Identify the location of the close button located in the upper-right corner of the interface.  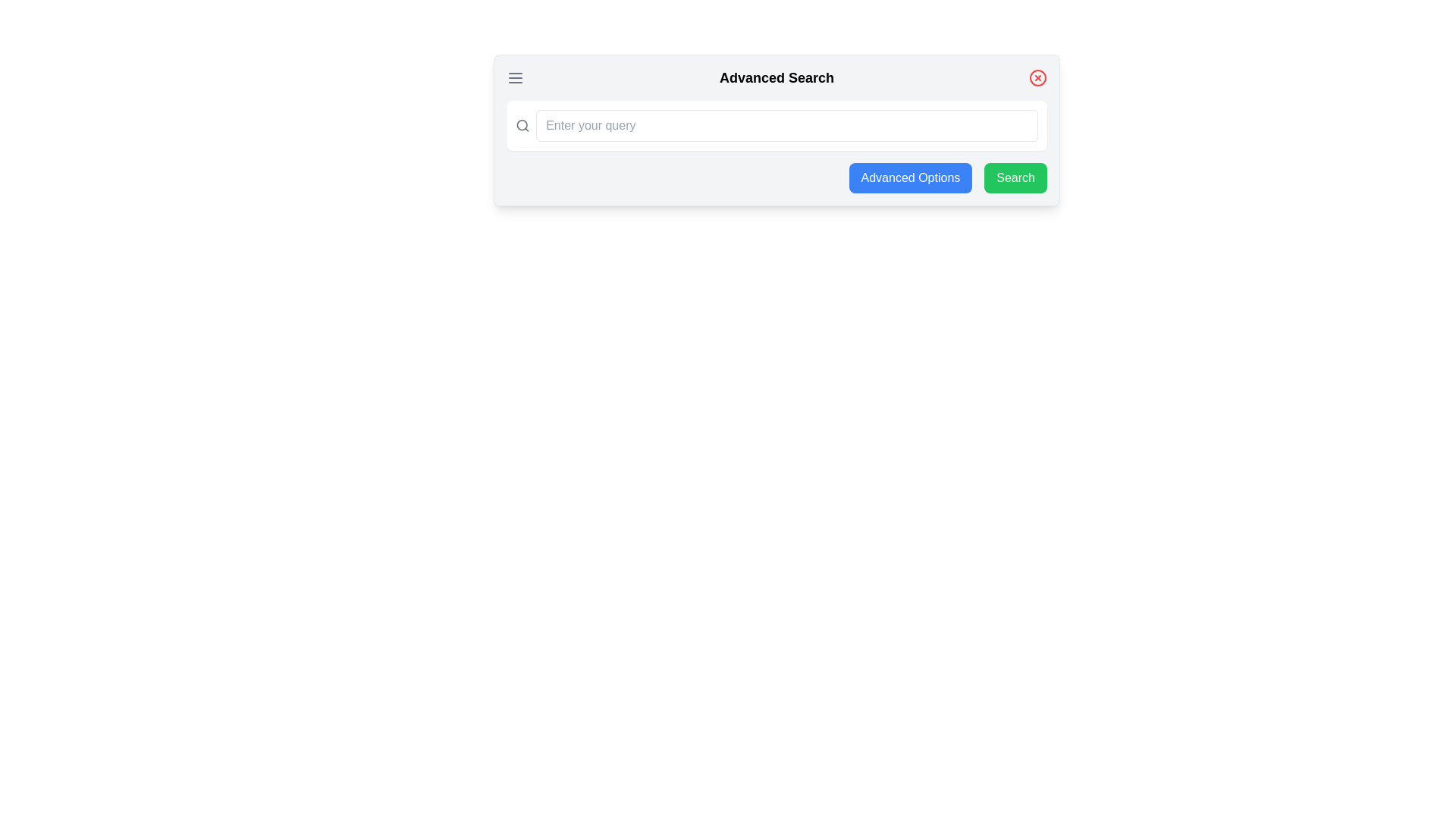
(1037, 78).